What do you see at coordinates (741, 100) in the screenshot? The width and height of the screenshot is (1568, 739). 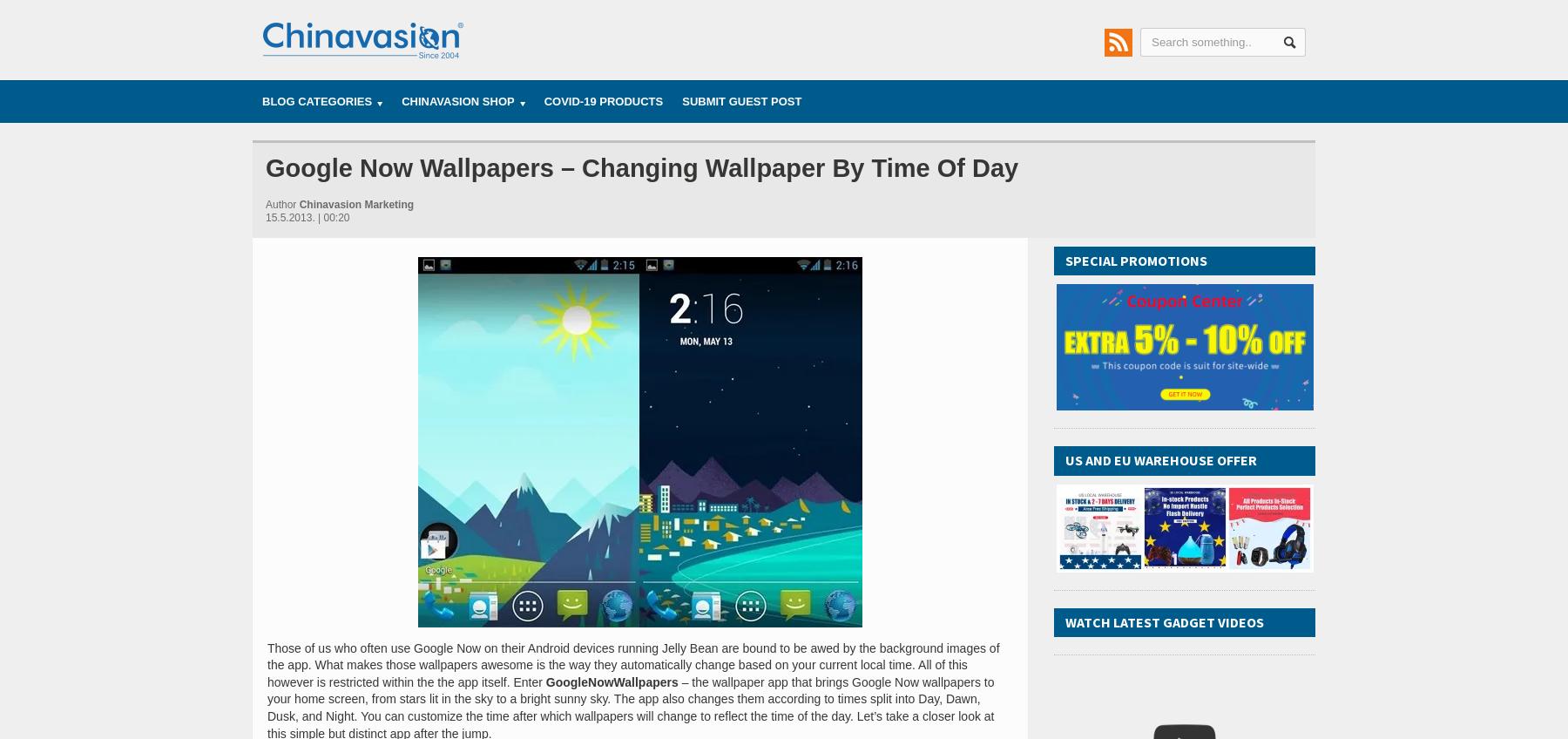 I see `'Submit Guest Post'` at bounding box center [741, 100].